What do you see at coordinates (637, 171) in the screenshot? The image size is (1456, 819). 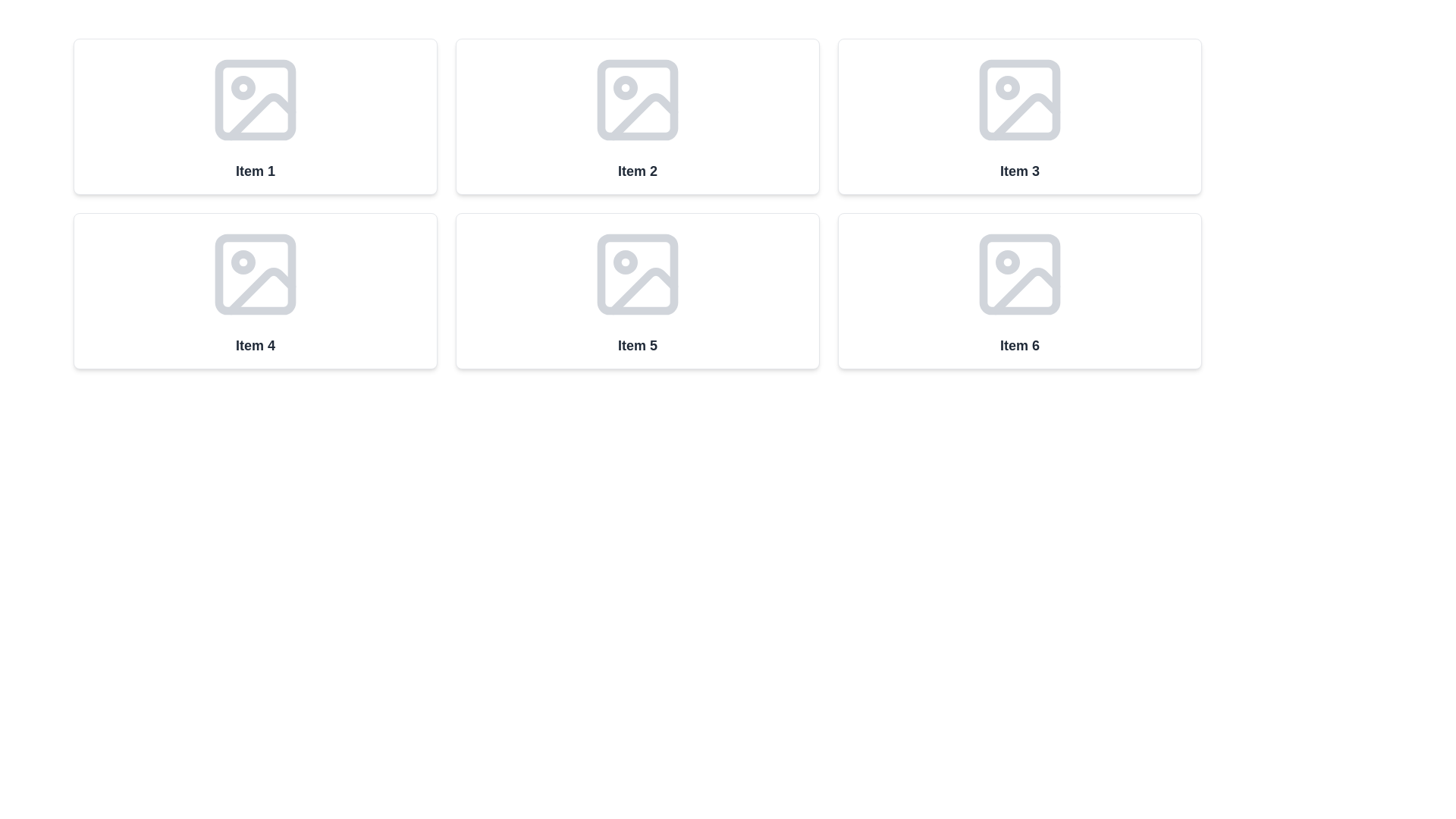 I see `the text label displaying 'Item 2', which is styled in bold, dark gray font and is located below an image icon in a 3x2 grid structure` at bounding box center [637, 171].